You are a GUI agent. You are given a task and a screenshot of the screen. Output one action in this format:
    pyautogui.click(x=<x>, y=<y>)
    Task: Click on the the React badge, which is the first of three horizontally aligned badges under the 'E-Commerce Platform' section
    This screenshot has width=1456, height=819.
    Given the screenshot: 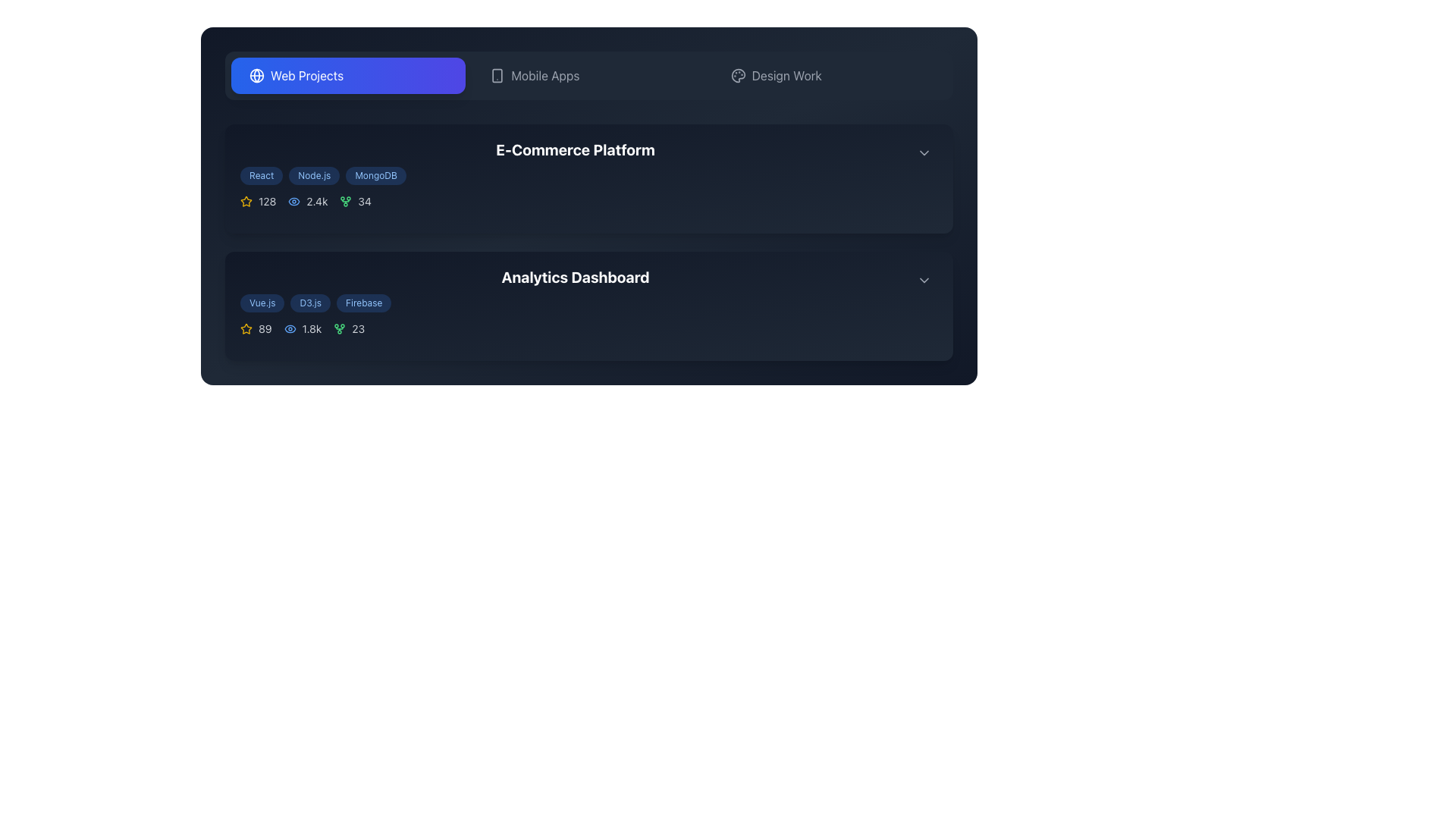 What is the action you would take?
    pyautogui.click(x=262, y=174)
    